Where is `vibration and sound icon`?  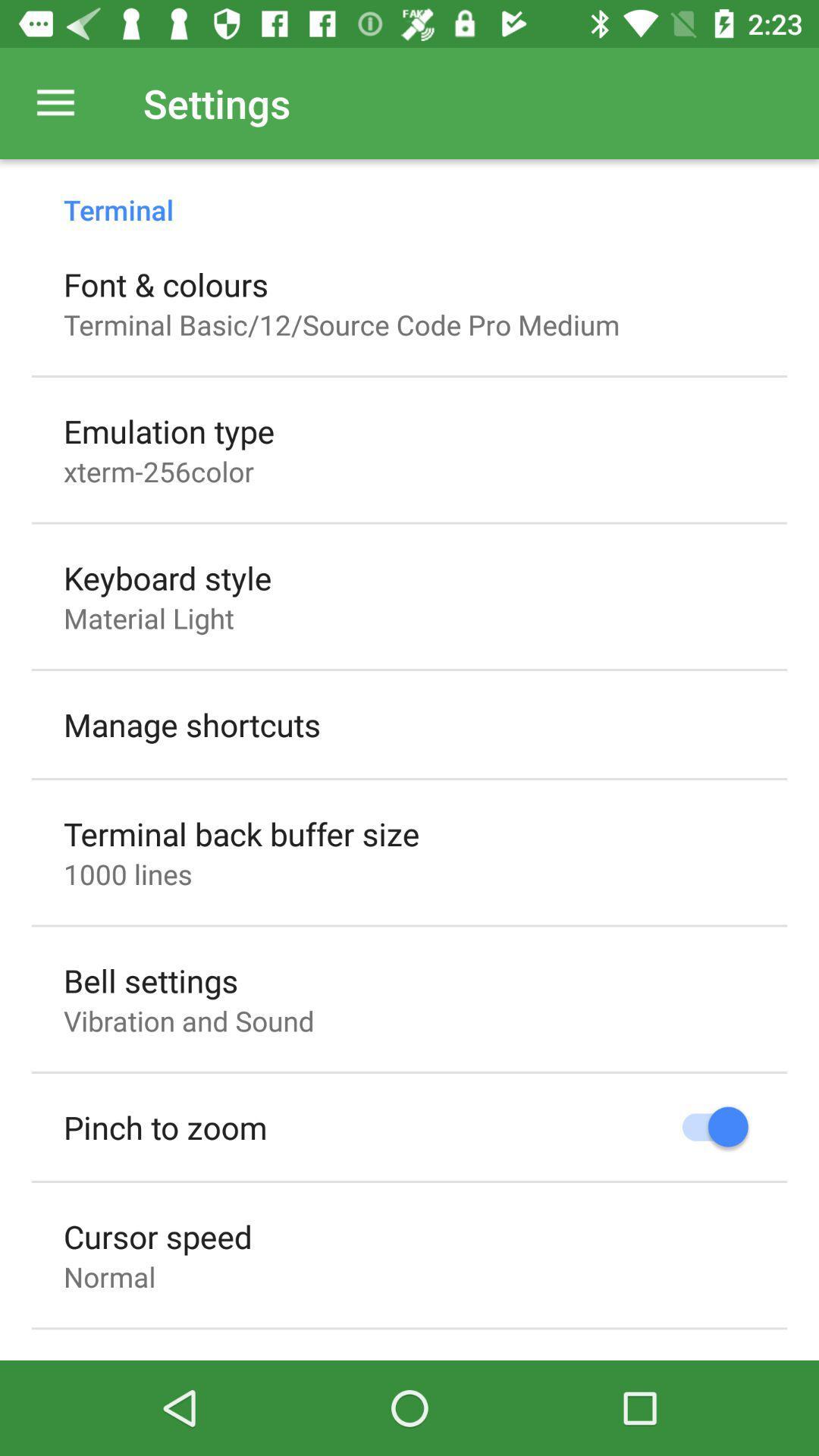
vibration and sound icon is located at coordinates (188, 1021).